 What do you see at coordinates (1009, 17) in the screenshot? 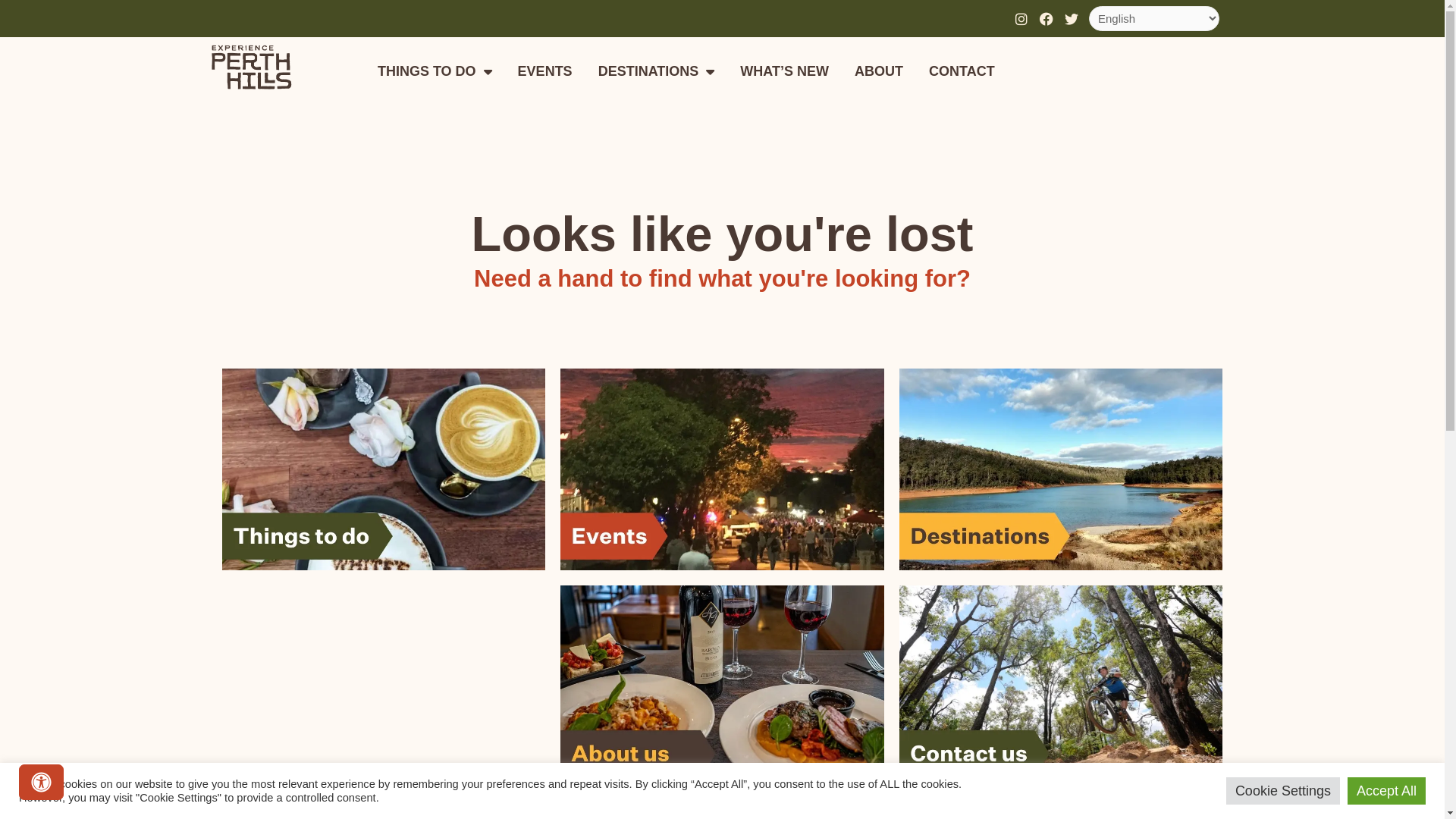
I see `'Instagram'` at bounding box center [1009, 17].